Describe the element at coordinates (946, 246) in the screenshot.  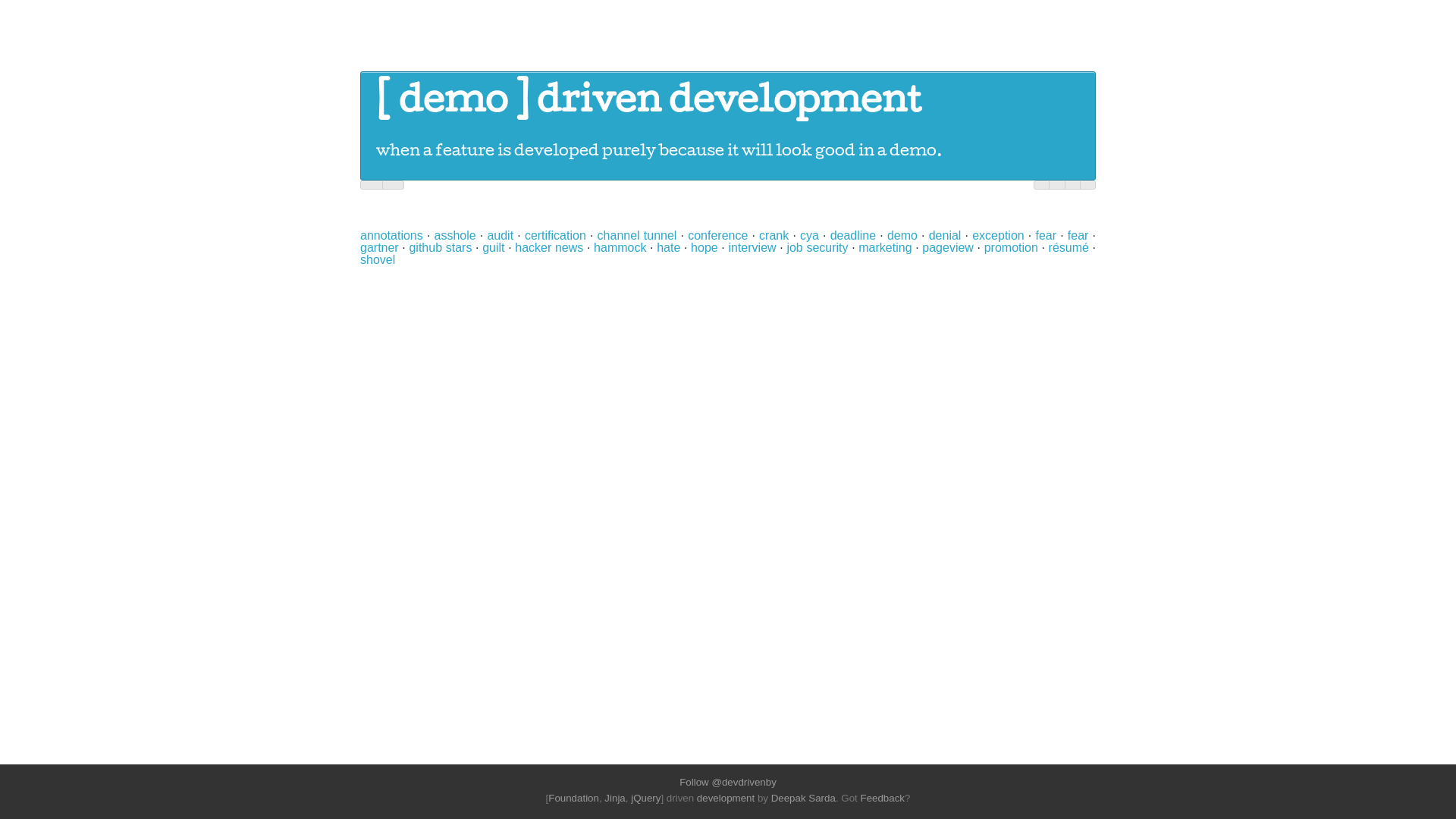
I see `'pageview'` at that location.